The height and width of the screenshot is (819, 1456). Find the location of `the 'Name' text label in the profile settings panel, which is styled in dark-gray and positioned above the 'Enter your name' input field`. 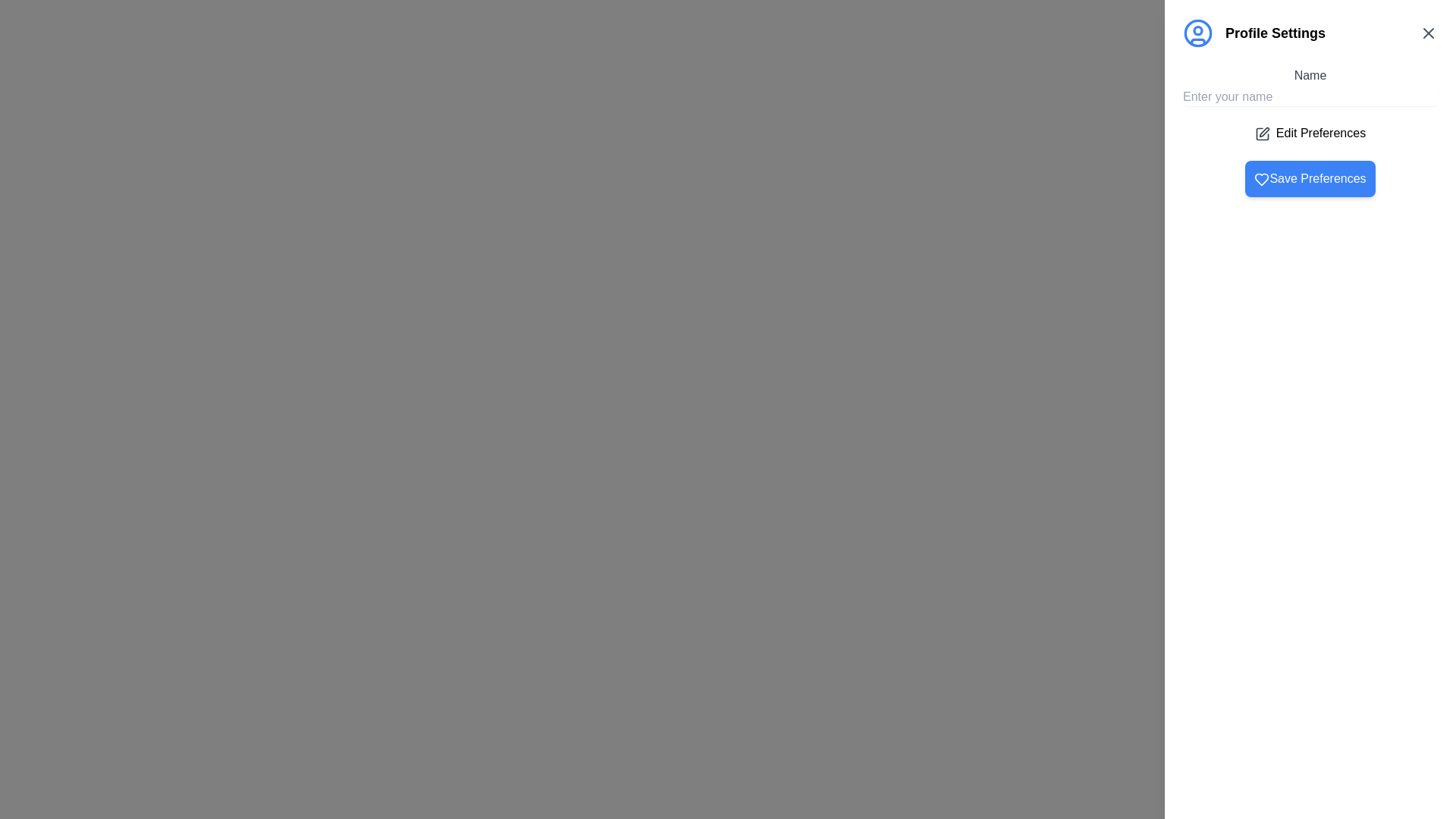

the 'Name' text label in the profile settings panel, which is styled in dark-gray and positioned above the 'Enter your name' input field is located at coordinates (1310, 75).